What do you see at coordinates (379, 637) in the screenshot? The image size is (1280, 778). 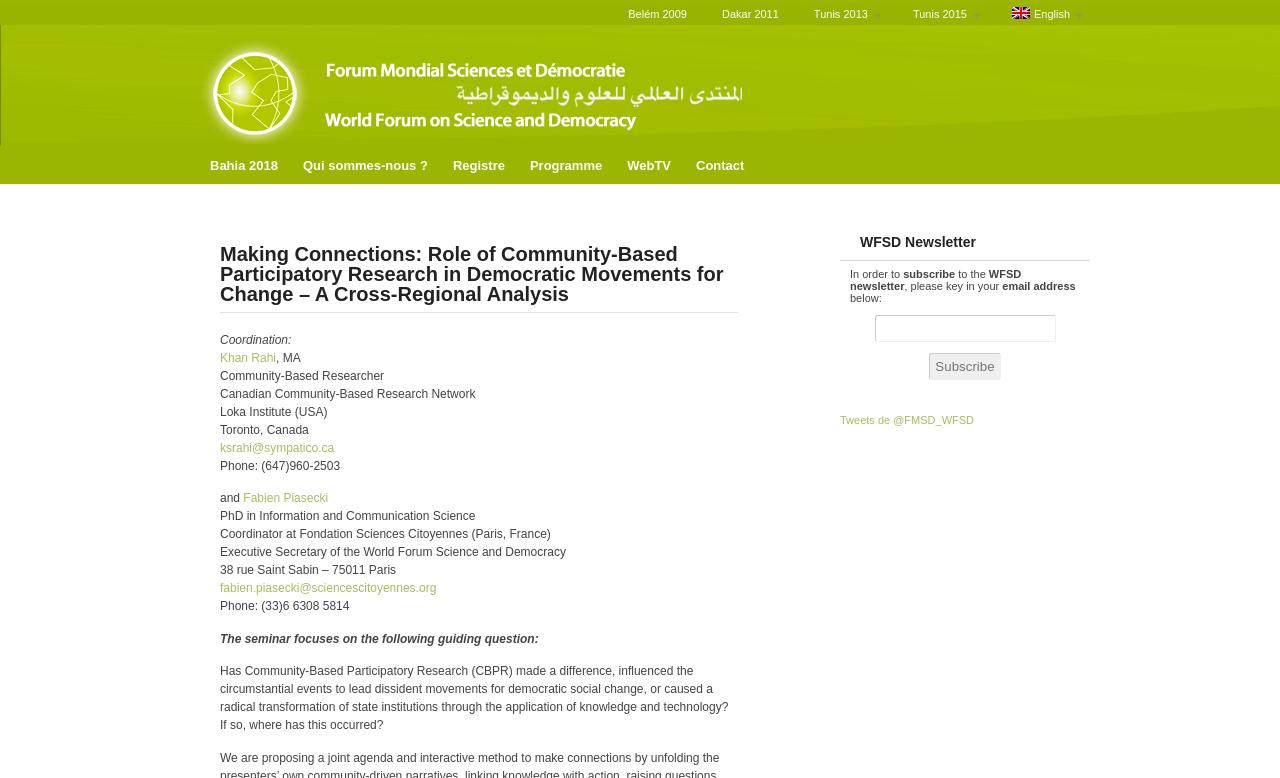 I see `'The seminar focuses on the following guiding question:'` at bounding box center [379, 637].